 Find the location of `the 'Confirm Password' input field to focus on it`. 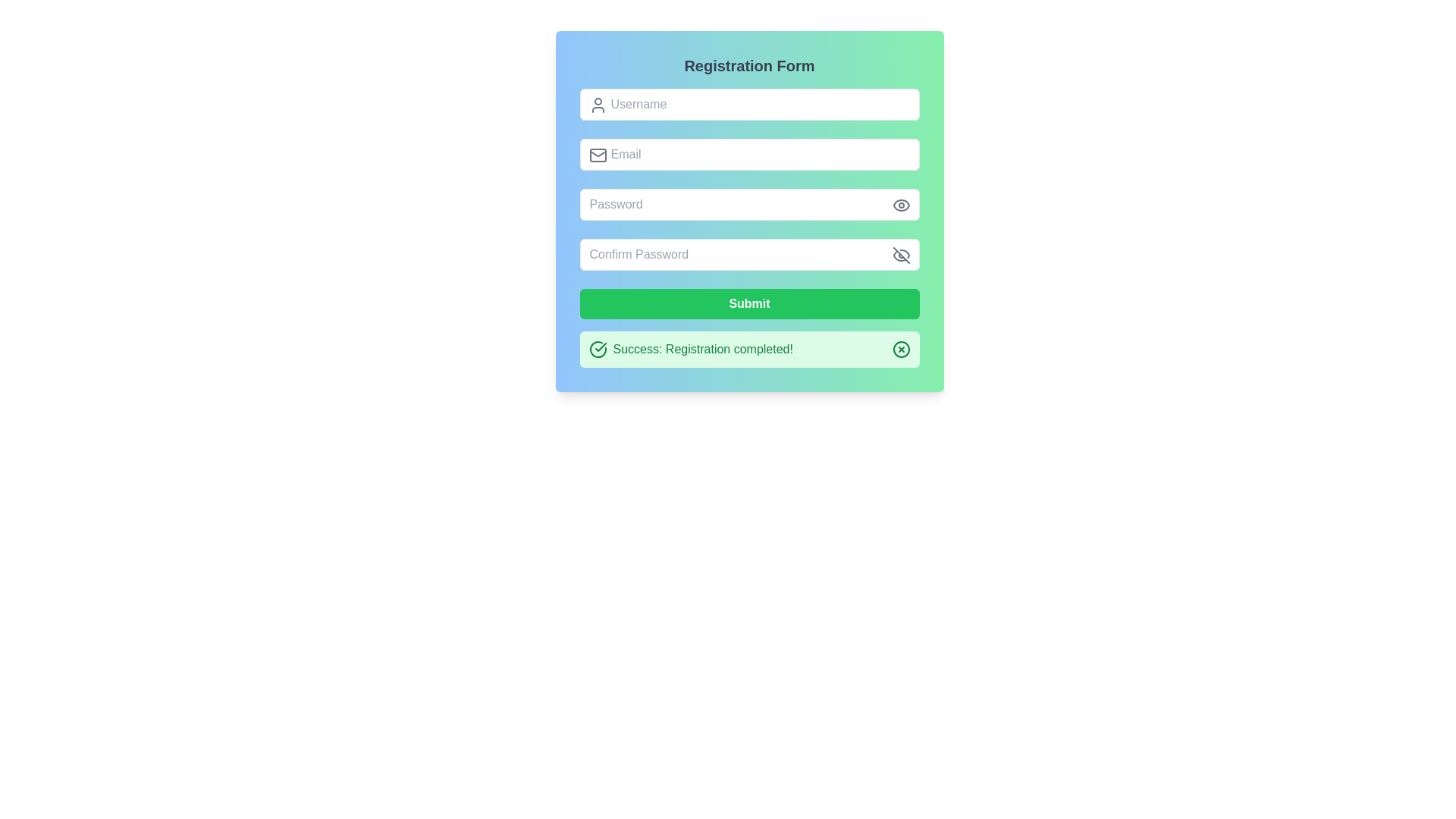

the 'Confirm Password' input field to focus on it is located at coordinates (749, 253).